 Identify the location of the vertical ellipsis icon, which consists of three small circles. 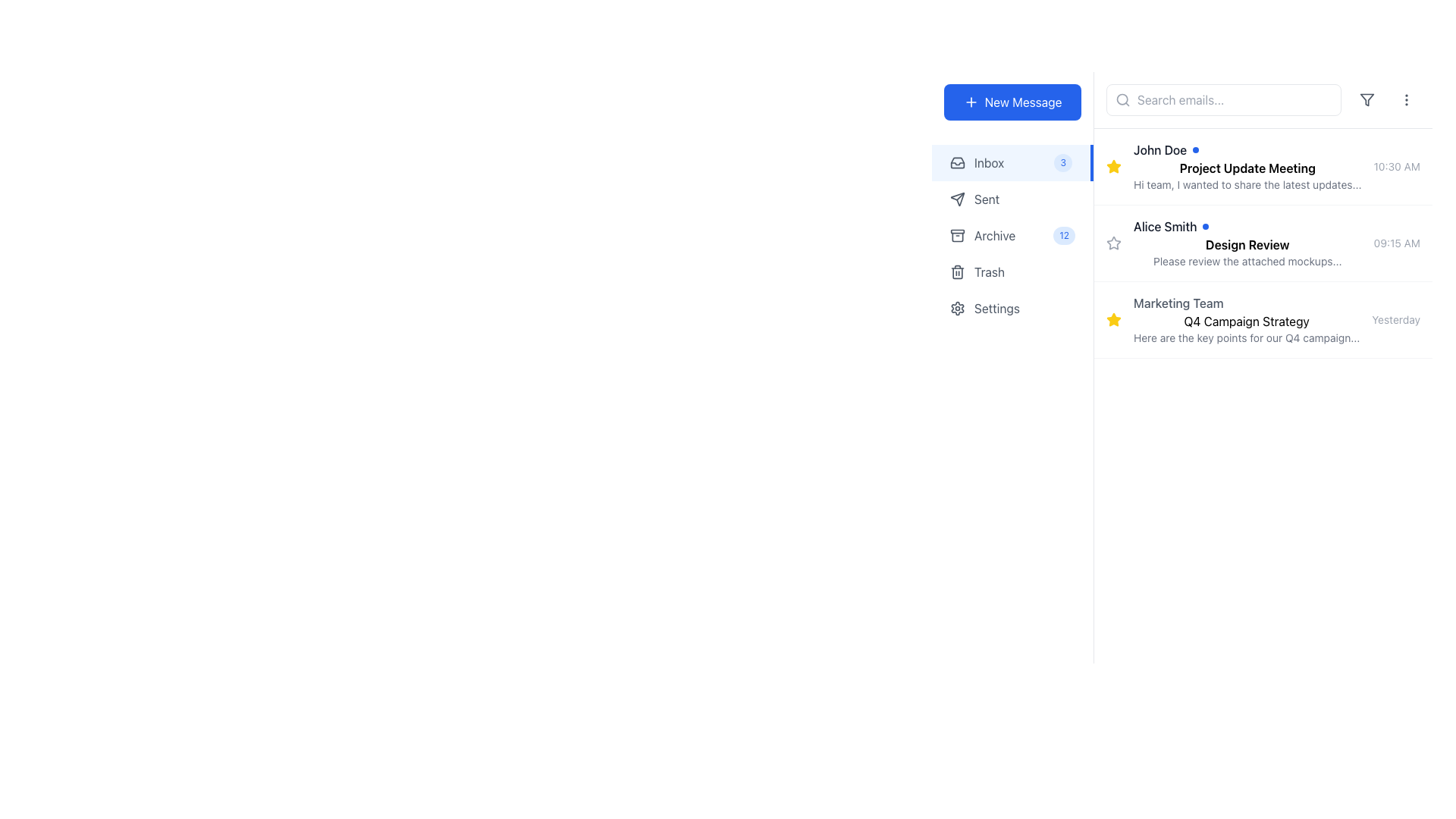
(1405, 99).